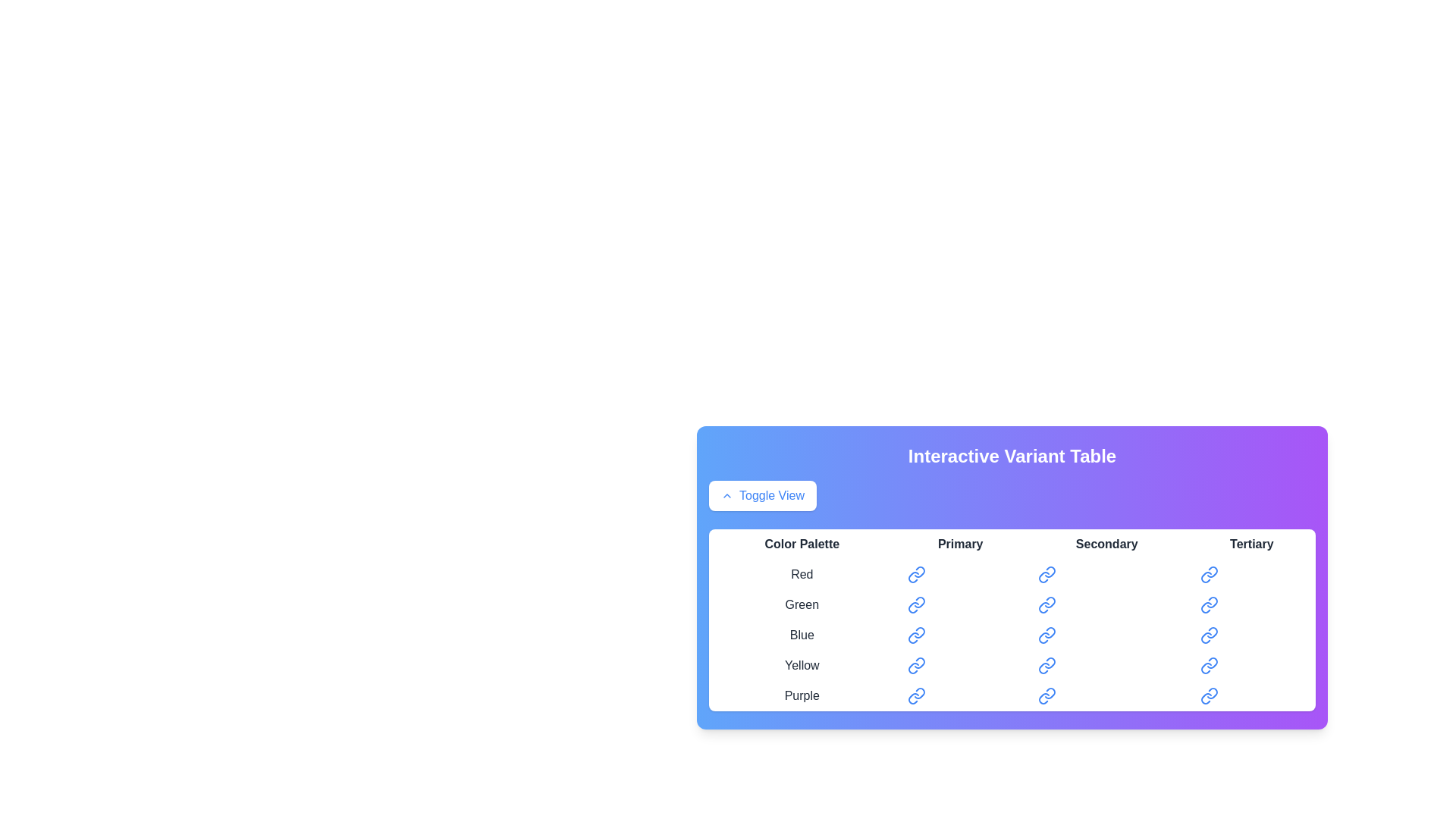 The image size is (1456, 819). I want to click on the blue link icon in the 'Primary' column, second row of the 'Interactive Variant Table', so click(915, 604).